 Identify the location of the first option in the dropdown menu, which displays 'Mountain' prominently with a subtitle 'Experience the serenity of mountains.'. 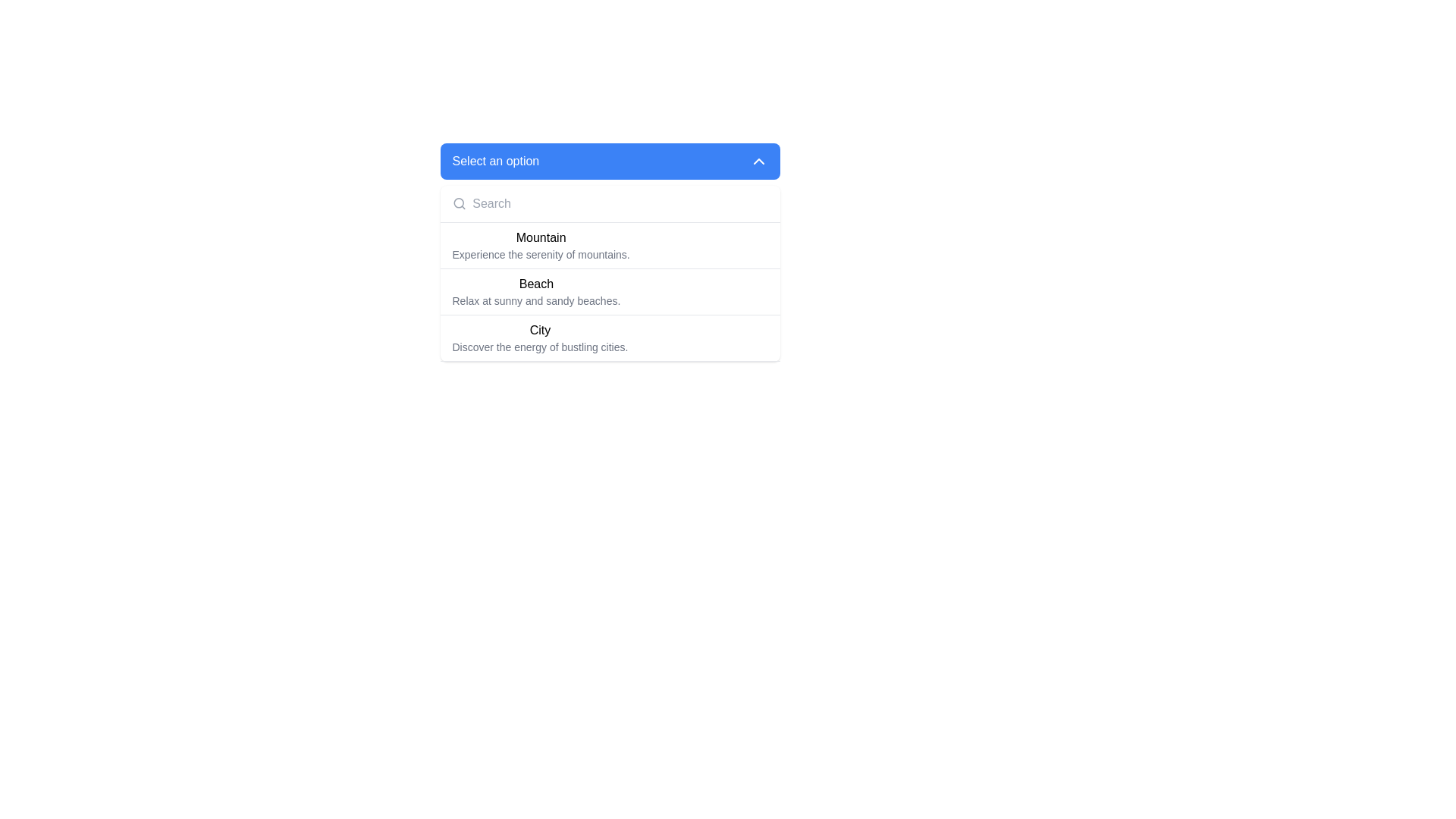
(541, 245).